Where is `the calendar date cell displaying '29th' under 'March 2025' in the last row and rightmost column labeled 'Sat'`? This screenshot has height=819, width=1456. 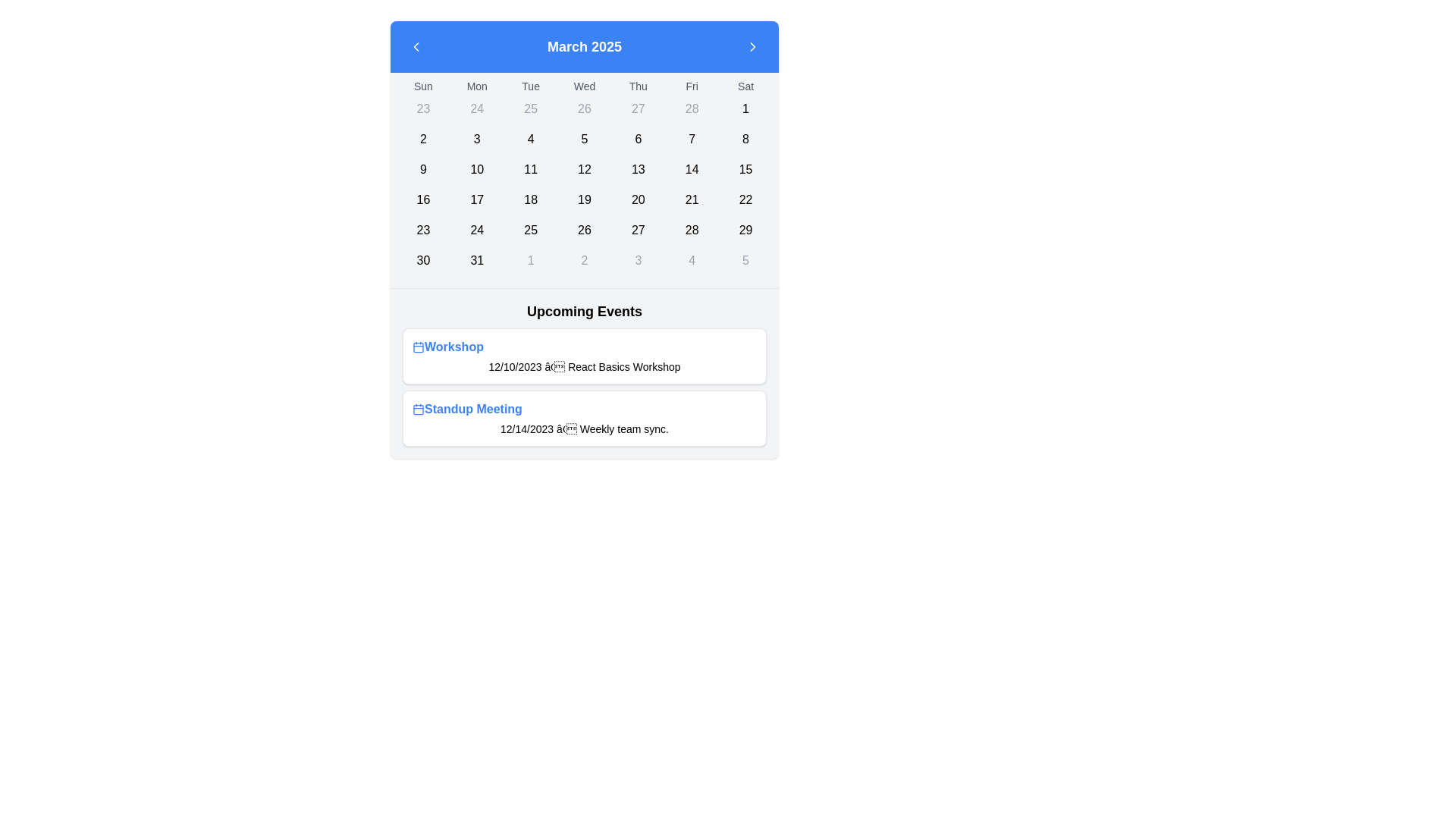 the calendar date cell displaying '29th' under 'March 2025' in the last row and rightmost column labeled 'Sat' is located at coordinates (745, 231).